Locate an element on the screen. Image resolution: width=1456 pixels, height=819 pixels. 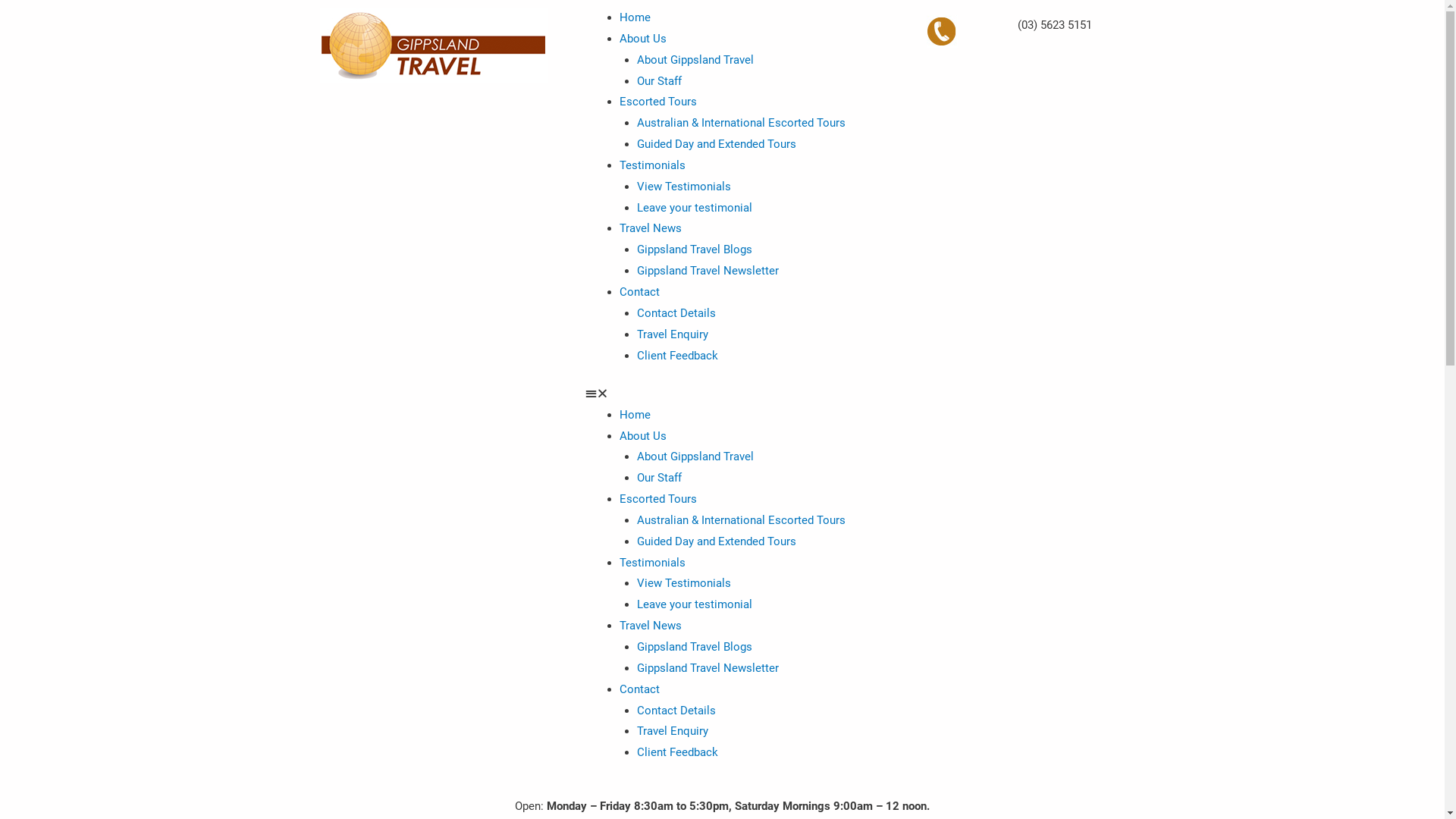
'Australian & International Escorted Tours' is located at coordinates (741, 122).